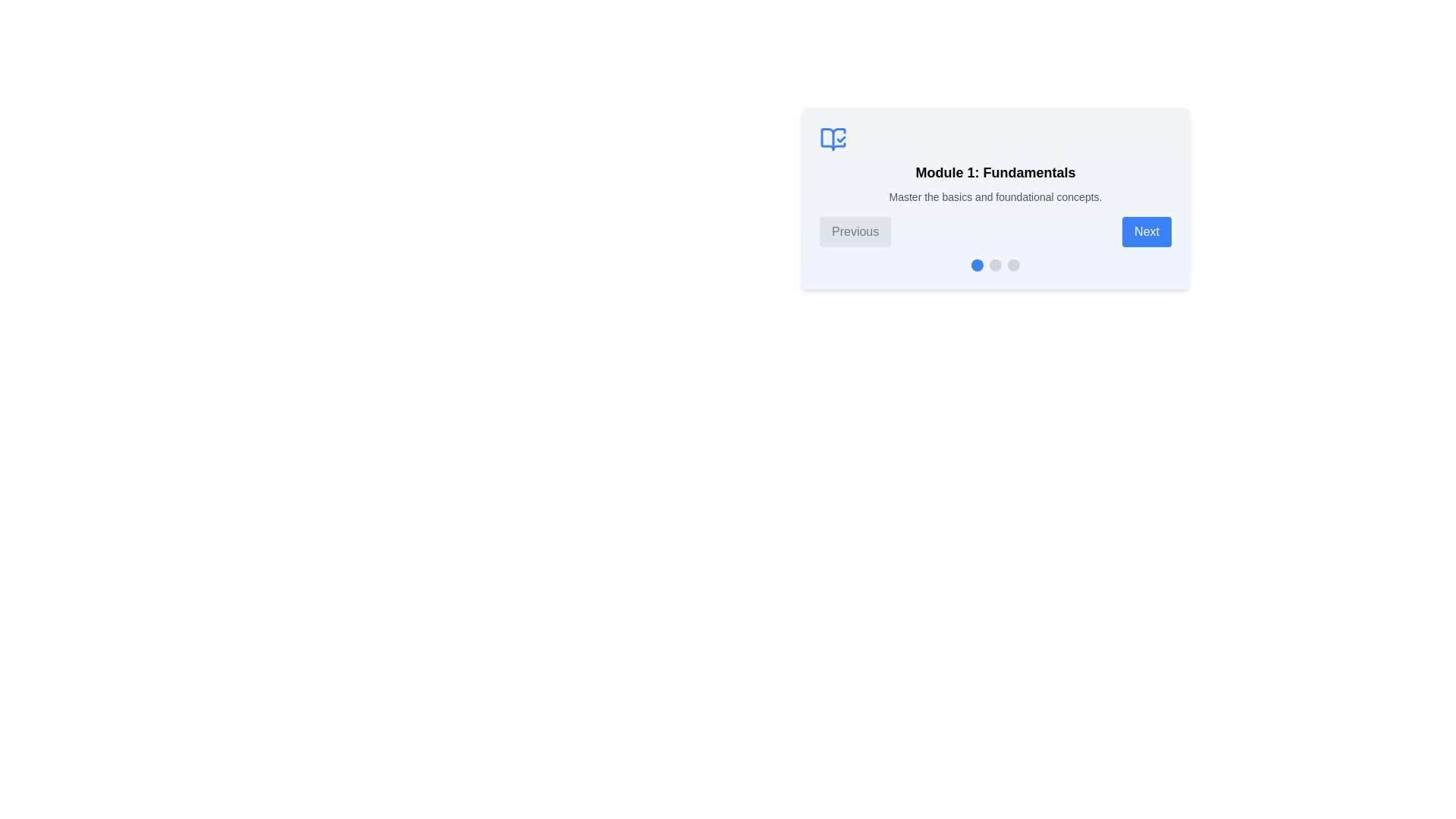 This screenshot has width=1456, height=819. Describe the element at coordinates (977, 265) in the screenshot. I see `the module corresponding to the dot indicator by clicking on it. Use the parameter 1 to specify the module (1 for the first module, 2 for the second, and 3 for the third)` at that location.